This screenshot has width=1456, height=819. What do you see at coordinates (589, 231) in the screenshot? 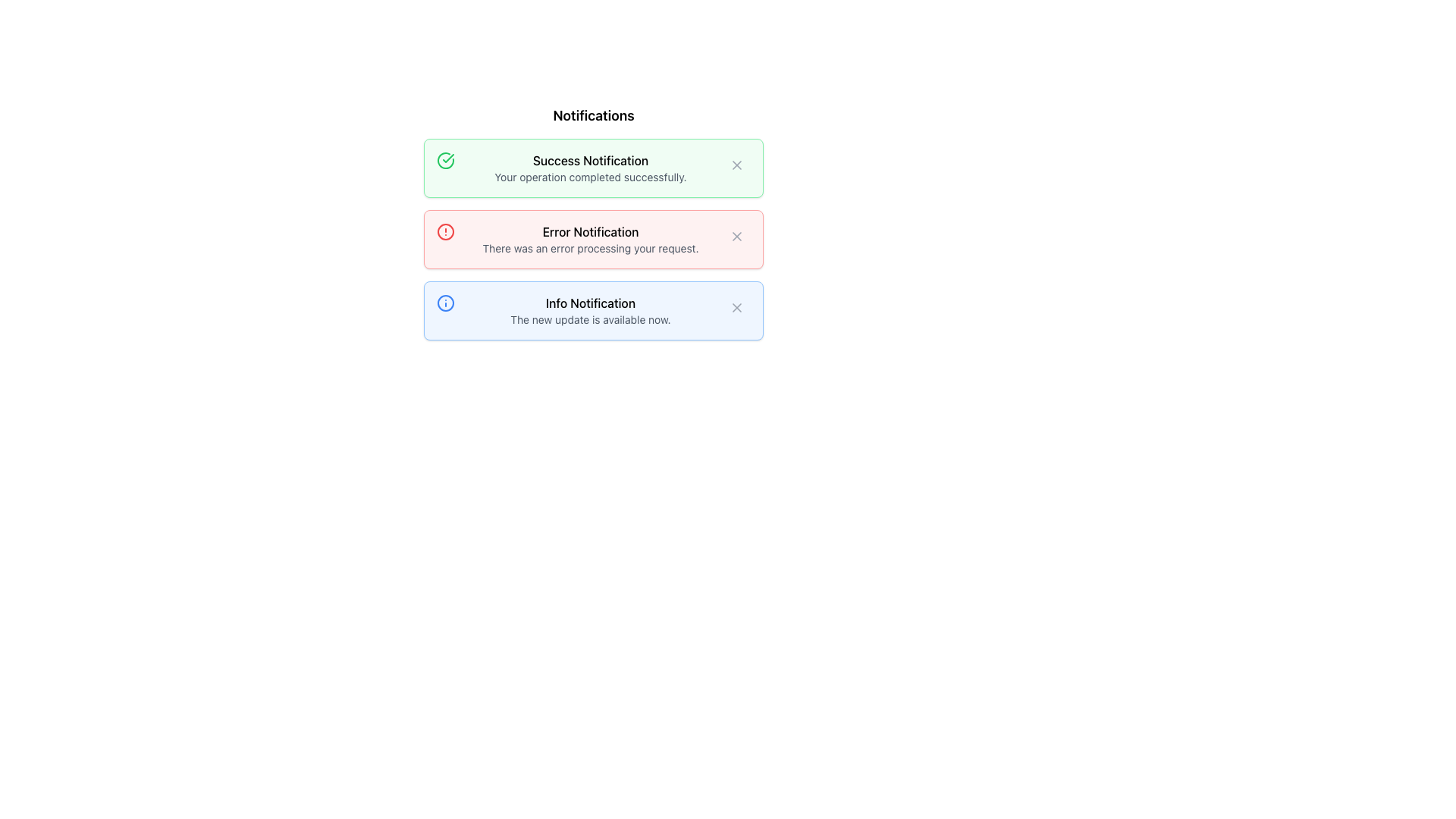
I see `the Text Header of the error notification` at bounding box center [589, 231].